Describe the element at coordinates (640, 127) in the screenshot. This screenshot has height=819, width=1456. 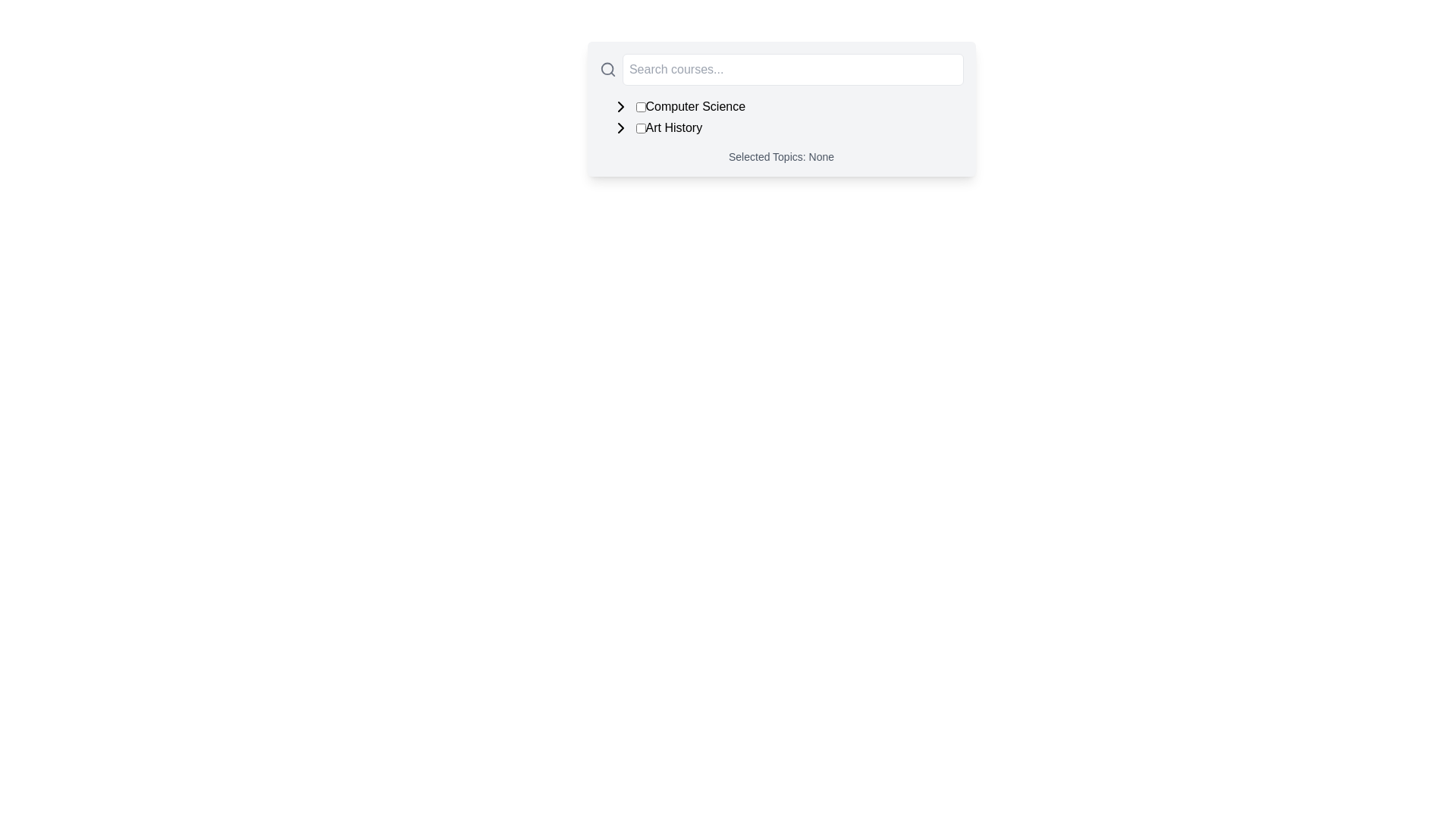
I see `the checkbox located within the 'Art History' list entry` at that location.